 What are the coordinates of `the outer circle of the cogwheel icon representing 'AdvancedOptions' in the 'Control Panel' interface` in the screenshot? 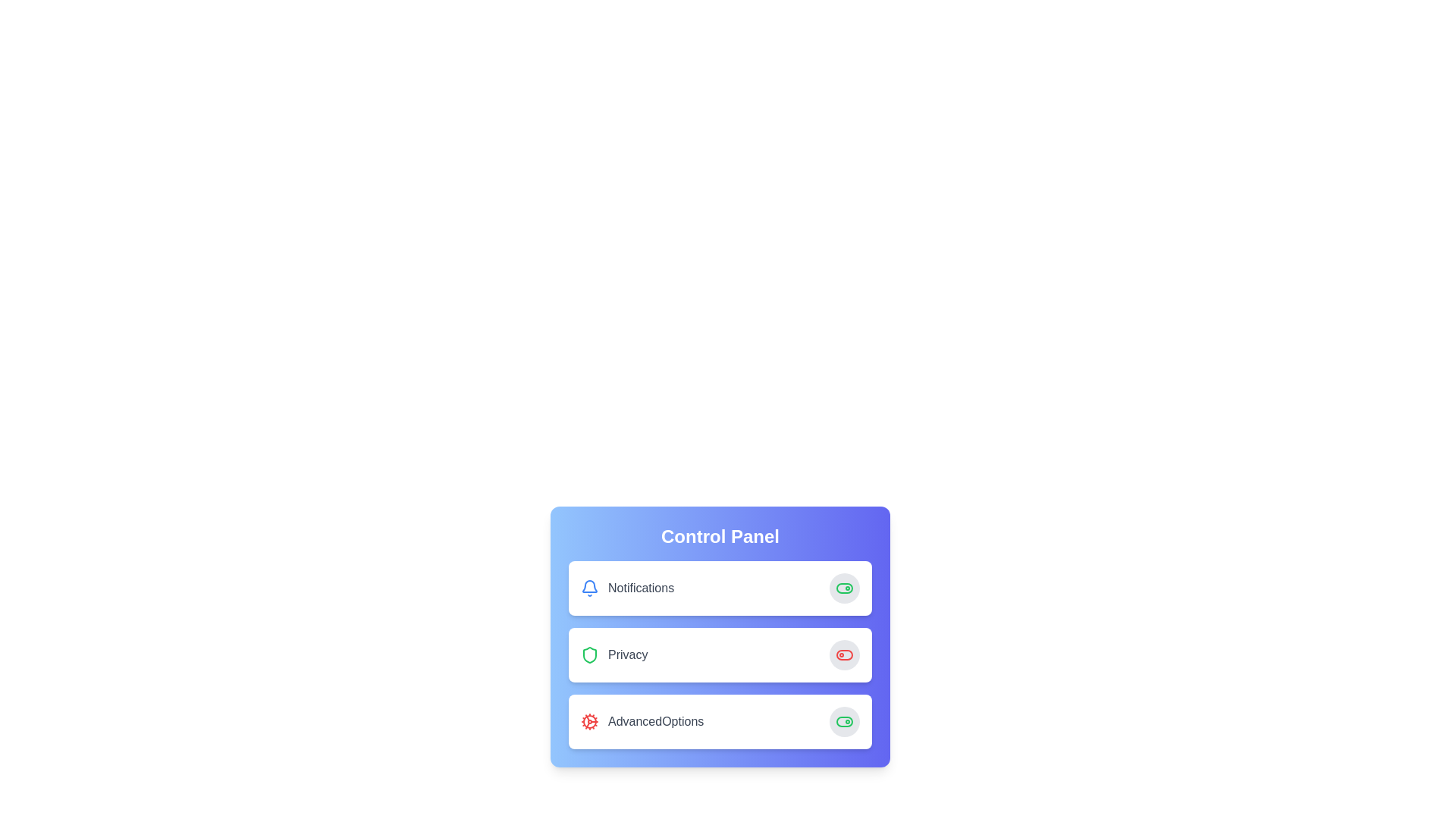 It's located at (588, 721).